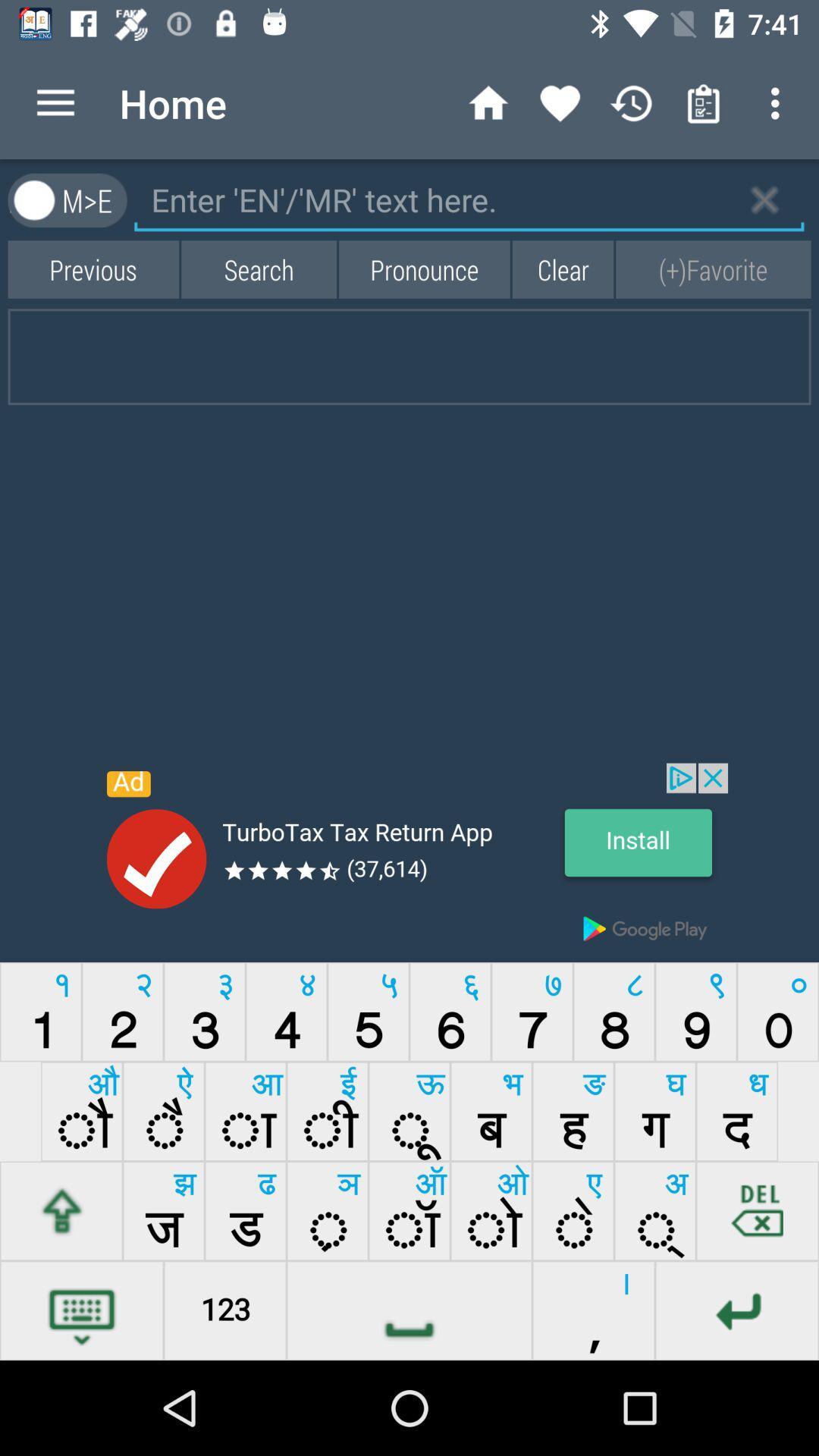 The height and width of the screenshot is (1456, 819). I want to click on the avatar icon, so click(34, 199).